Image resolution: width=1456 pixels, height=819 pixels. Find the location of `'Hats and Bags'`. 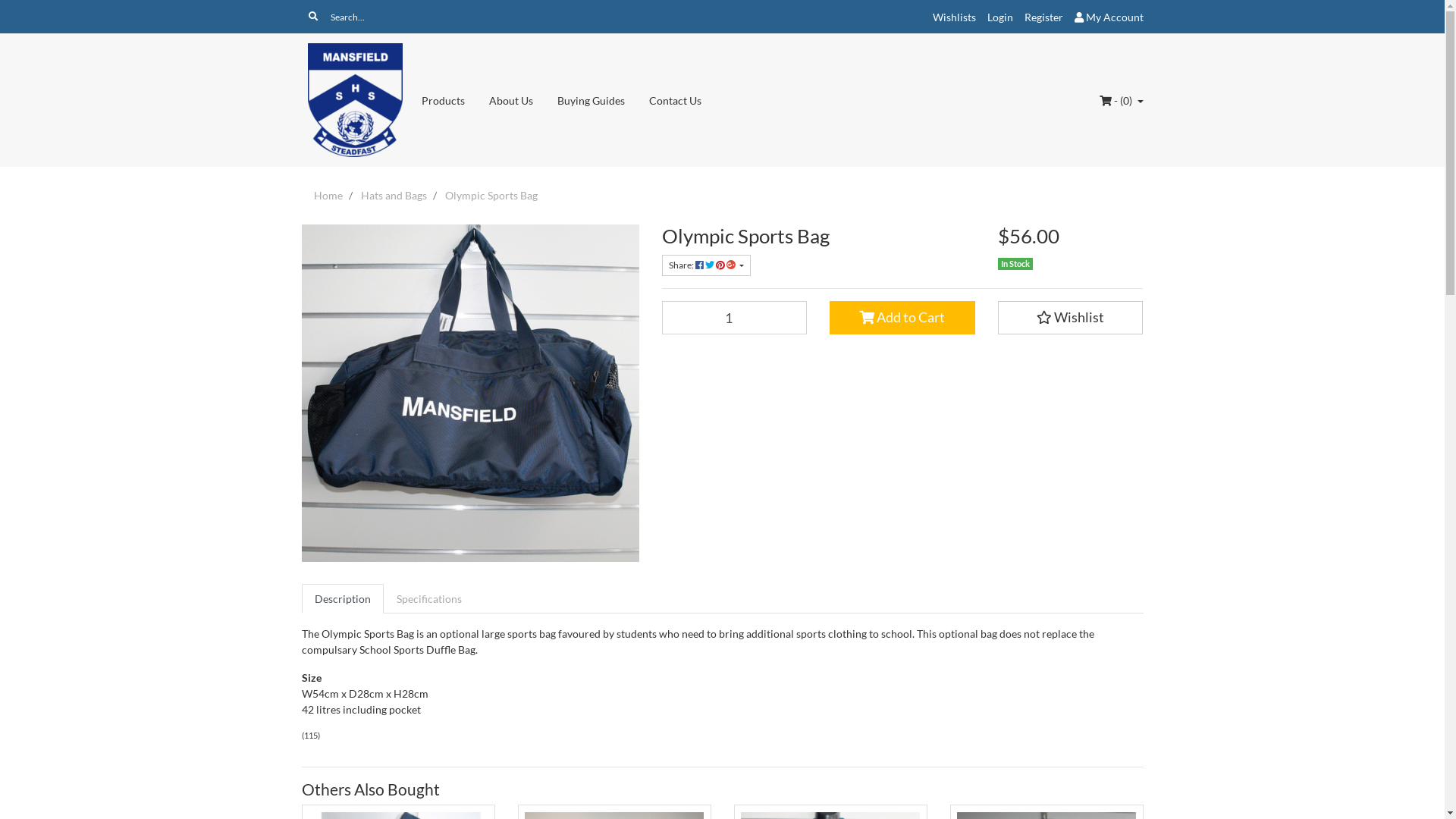

'Hats and Bags' is located at coordinates (394, 194).